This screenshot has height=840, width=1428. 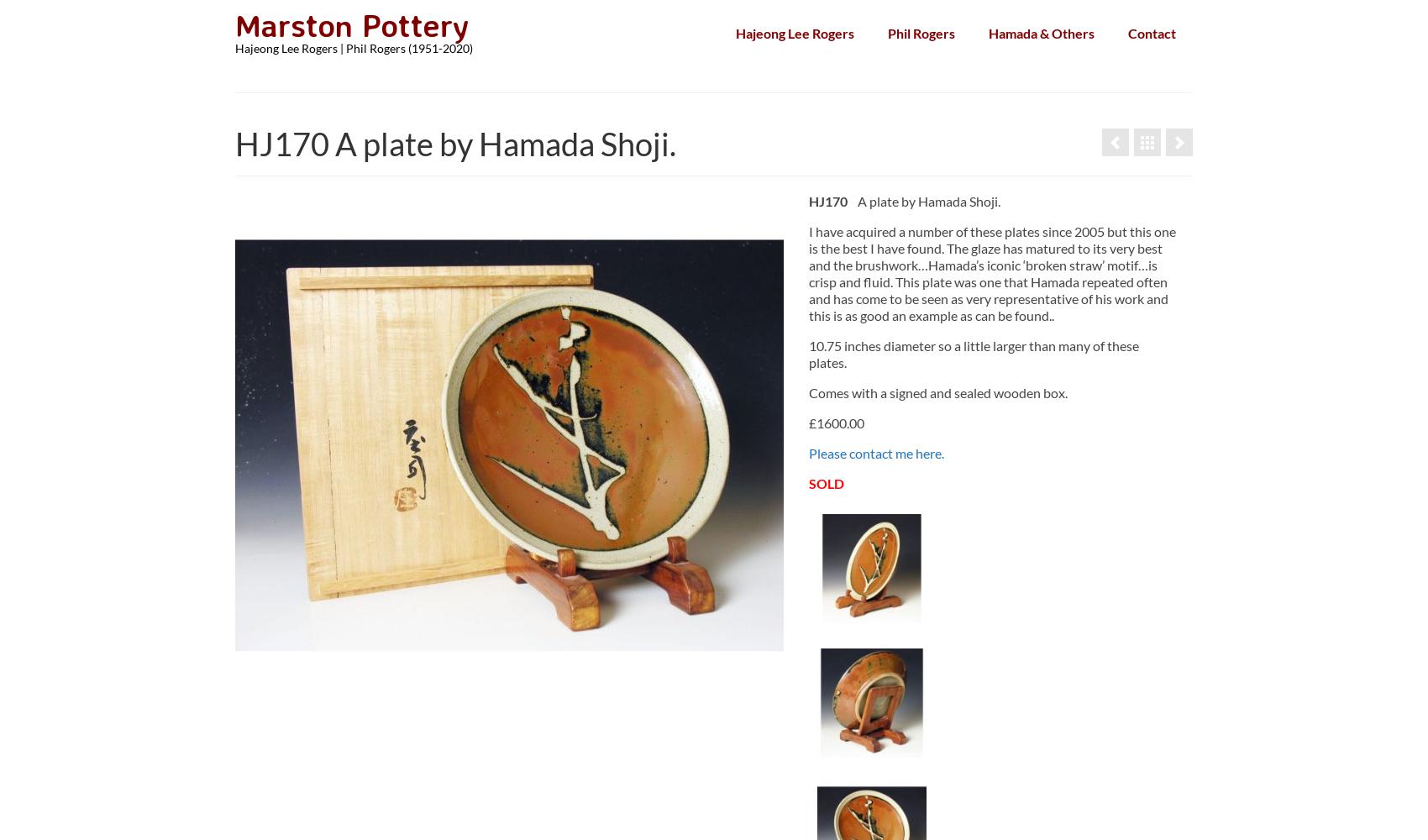 I want to click on 'HJ170', so click(x=807, y=200).